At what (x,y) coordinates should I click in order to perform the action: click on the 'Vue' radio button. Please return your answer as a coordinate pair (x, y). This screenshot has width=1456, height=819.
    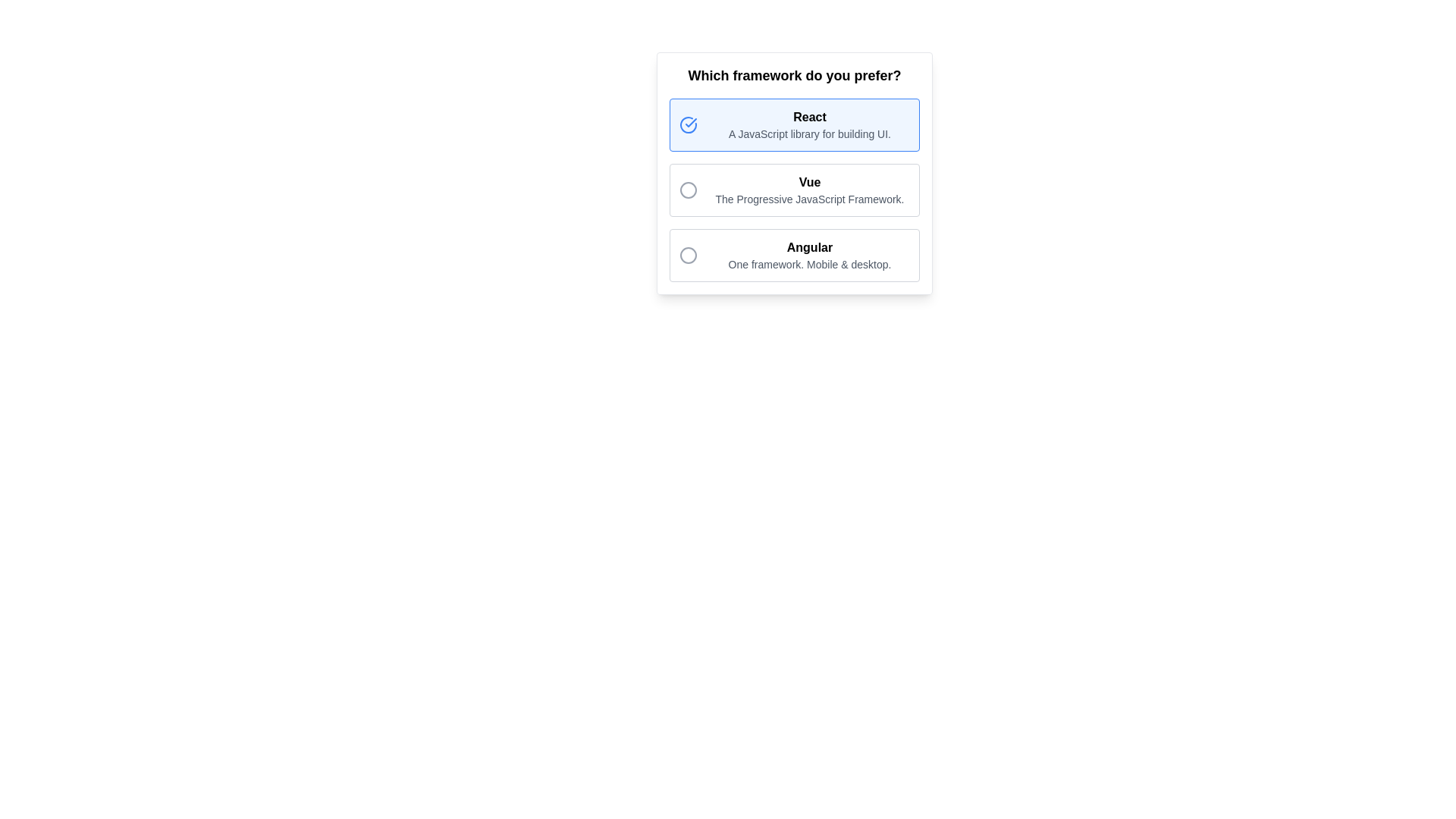
    Looking at the image, I should click on (793, 189).